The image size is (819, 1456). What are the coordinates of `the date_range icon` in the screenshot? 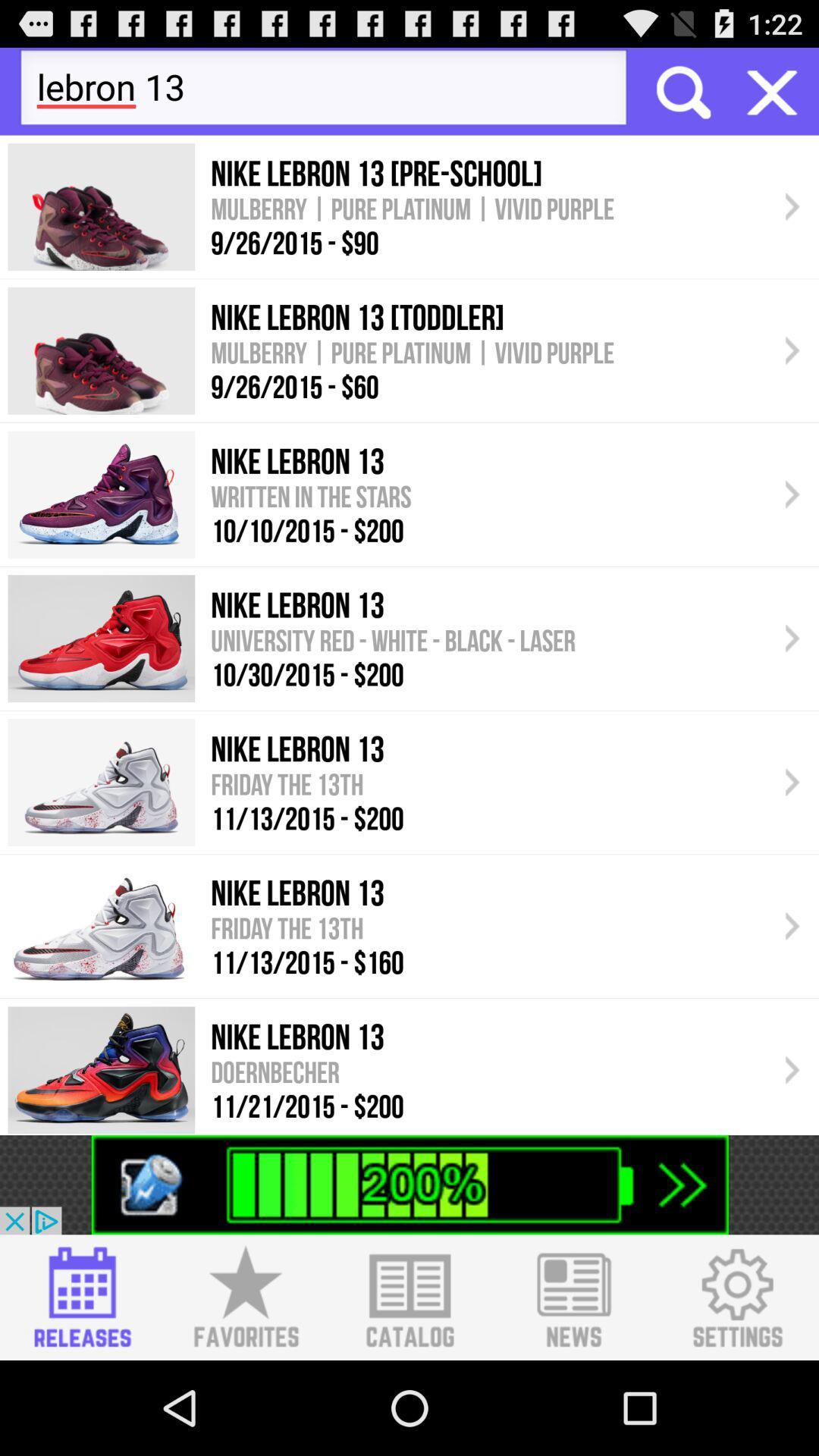 It's located at (80, 1388).